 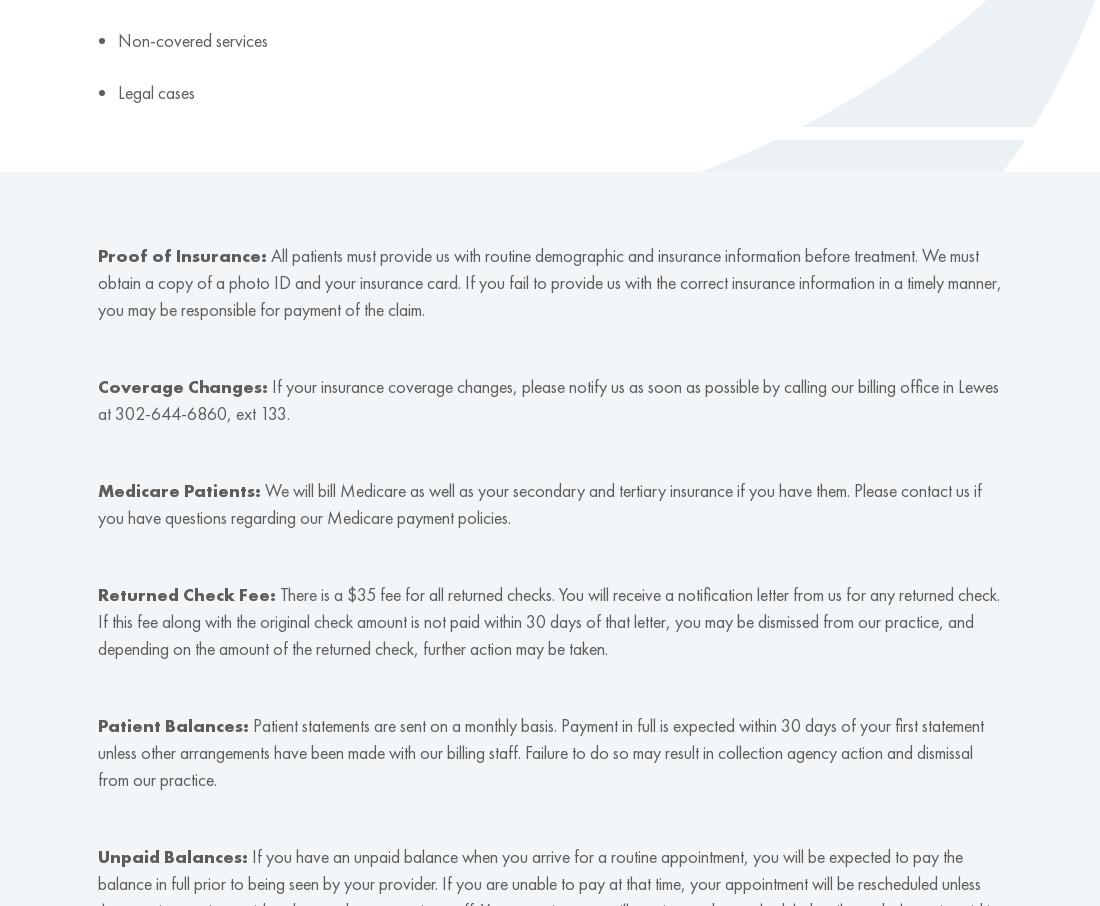 What do you see at coordinates (97, 594) in the screenshot?
I see `'Returned Check Fee:'` at bounding box center [97, 594].